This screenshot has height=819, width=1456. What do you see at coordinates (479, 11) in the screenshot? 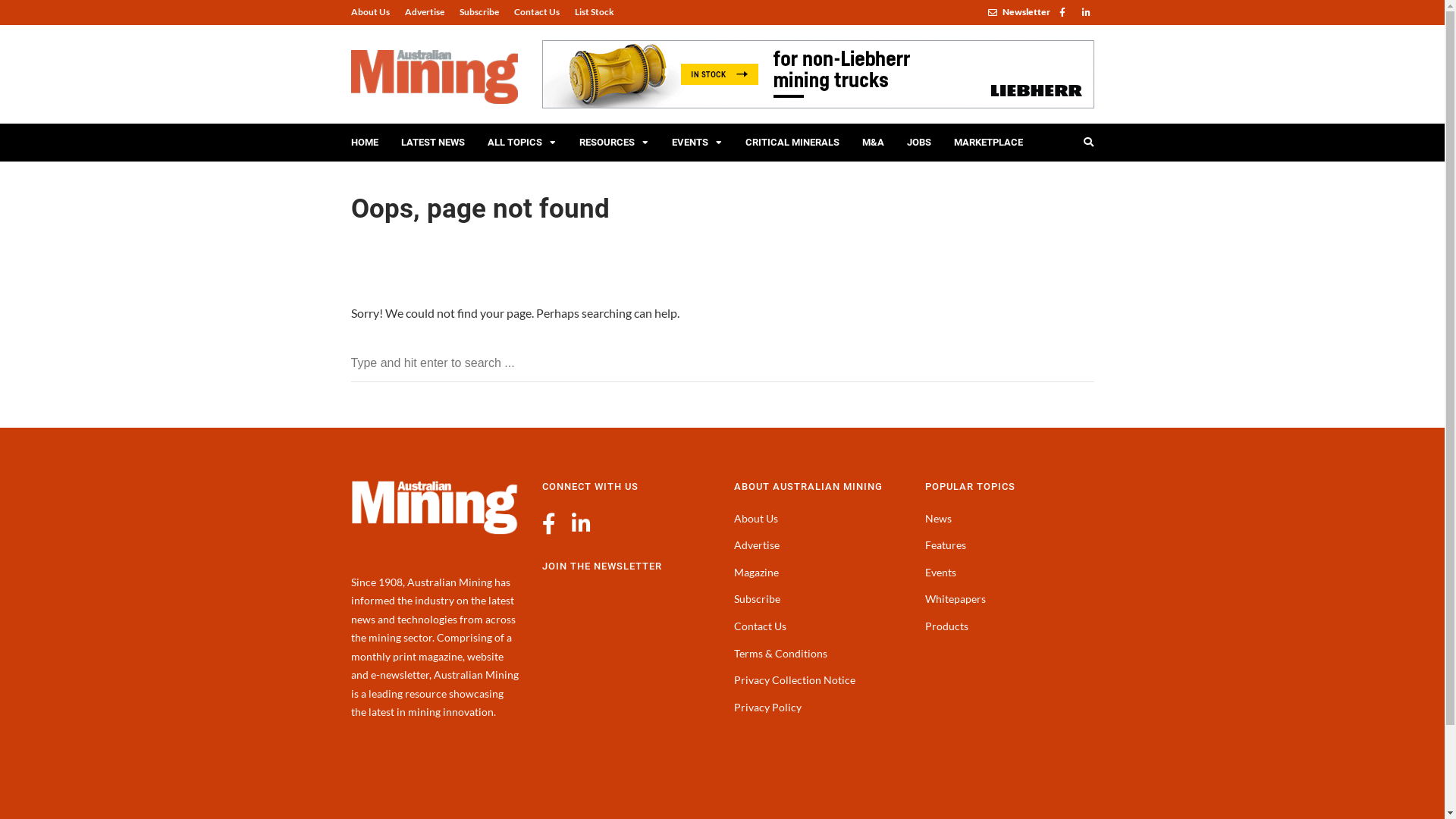
I see `'Subscribe'` at bounding box center [479, 11].